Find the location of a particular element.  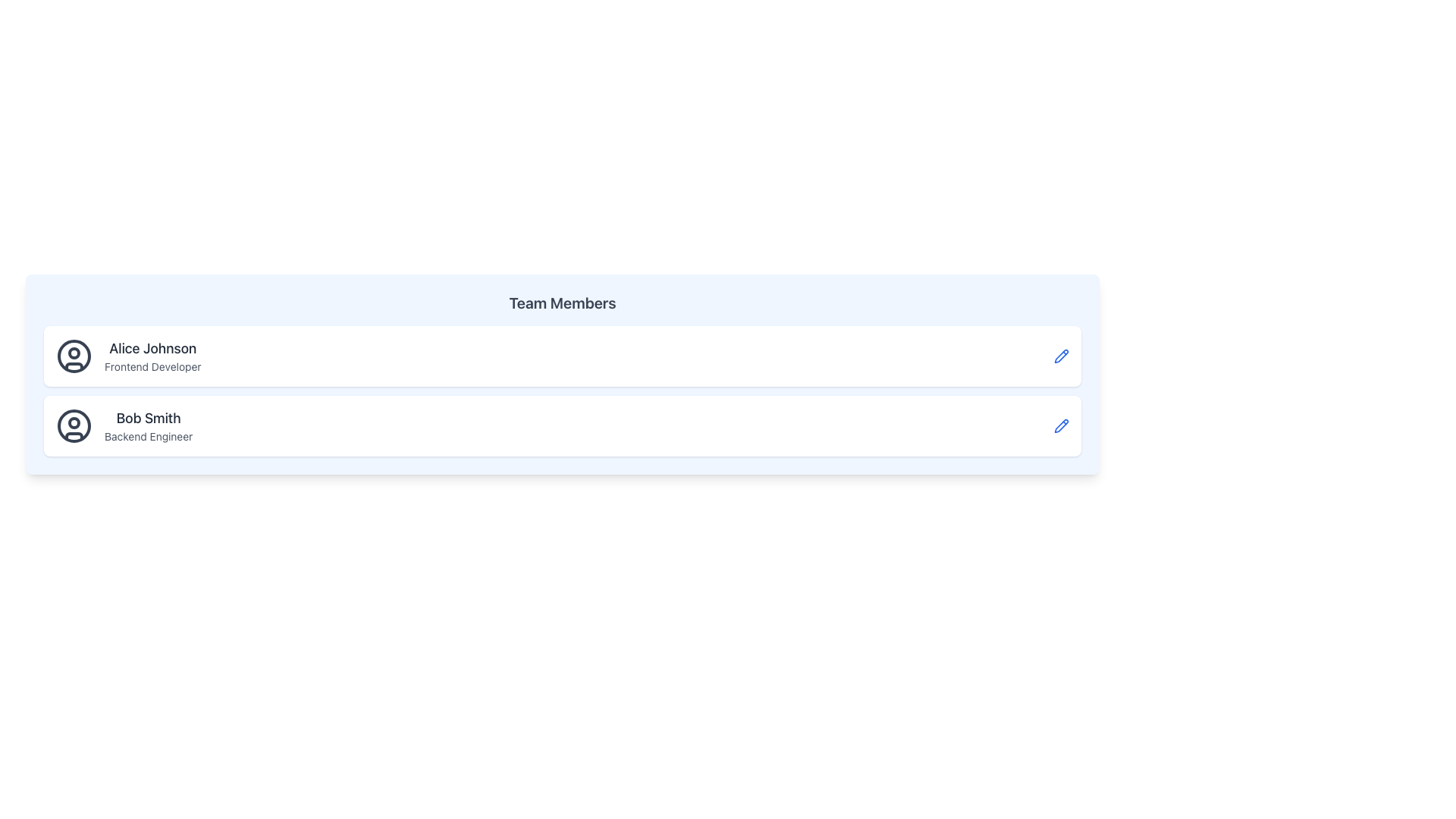

the user profile icon located to the left of the text 'Alice Johnson' and 'Frontend Developer' in the first list item of the vertical list is located at coordinates (73, 356).